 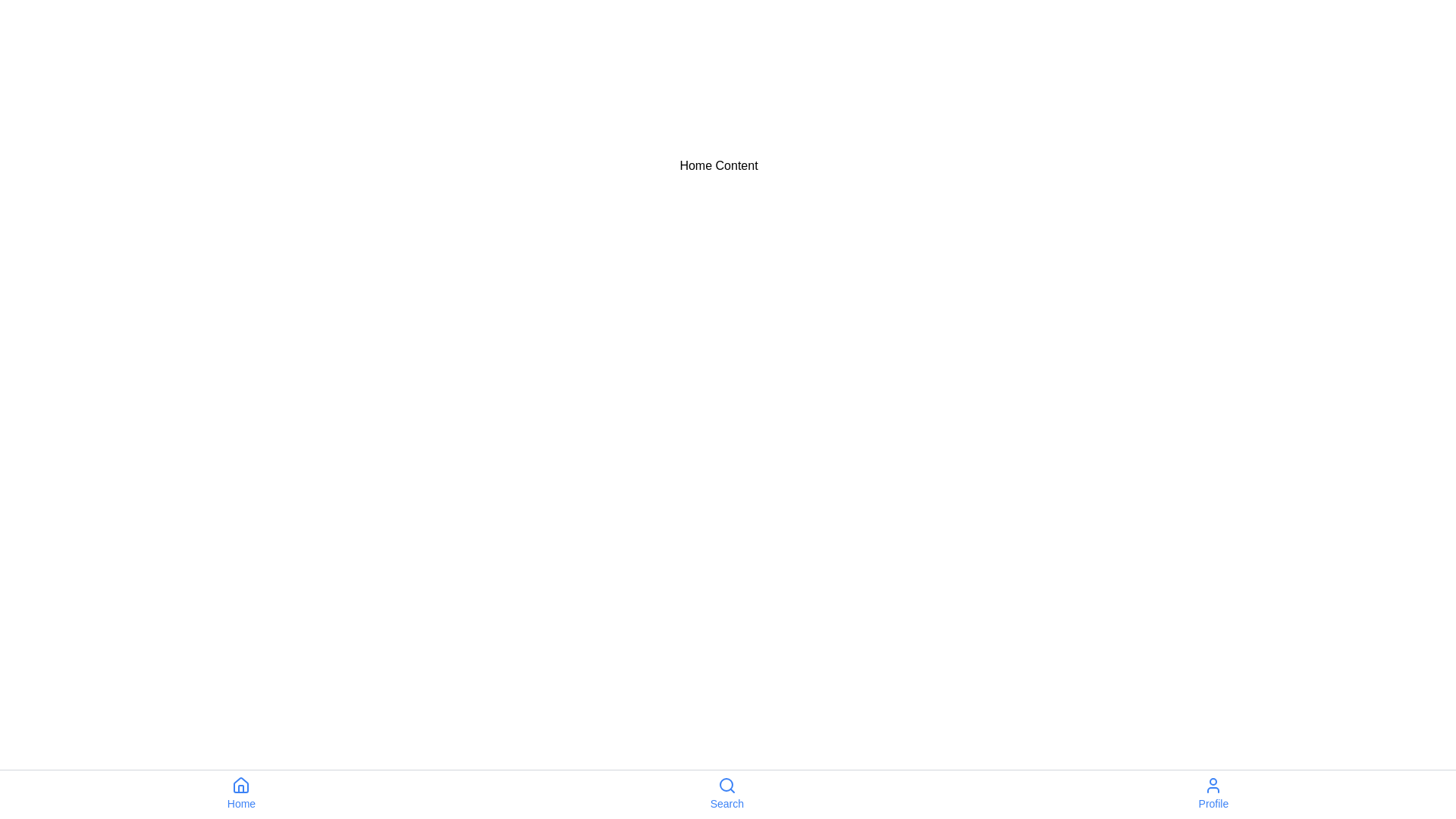 I want to click on the Circle graphic element, which represents the lens part of the magnifying glass icon in the bottom navigation bar, located directly above the 'Search' label, so click(x=725, y=784).